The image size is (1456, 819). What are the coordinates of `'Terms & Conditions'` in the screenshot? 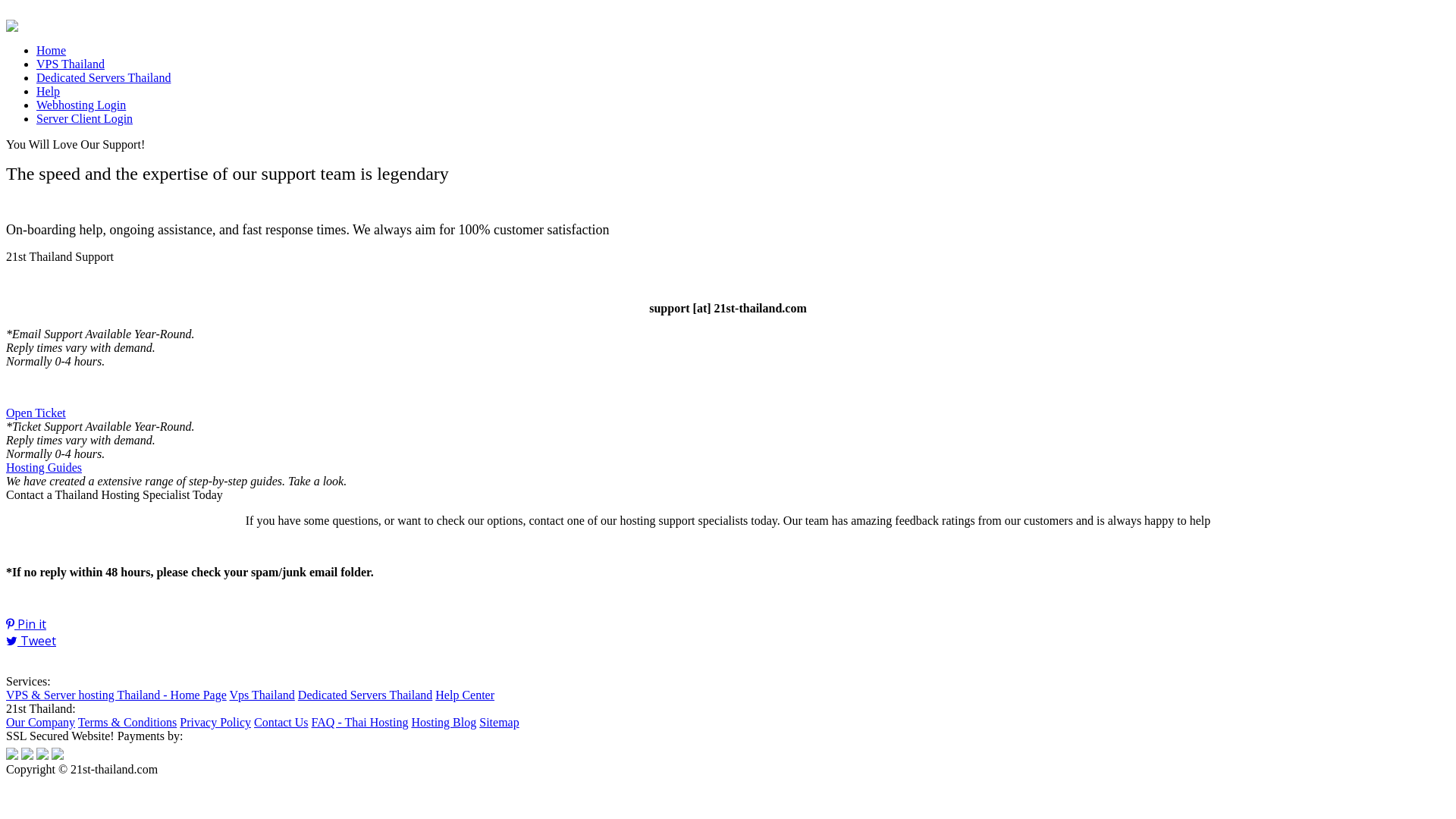 It's located at (127, 721).